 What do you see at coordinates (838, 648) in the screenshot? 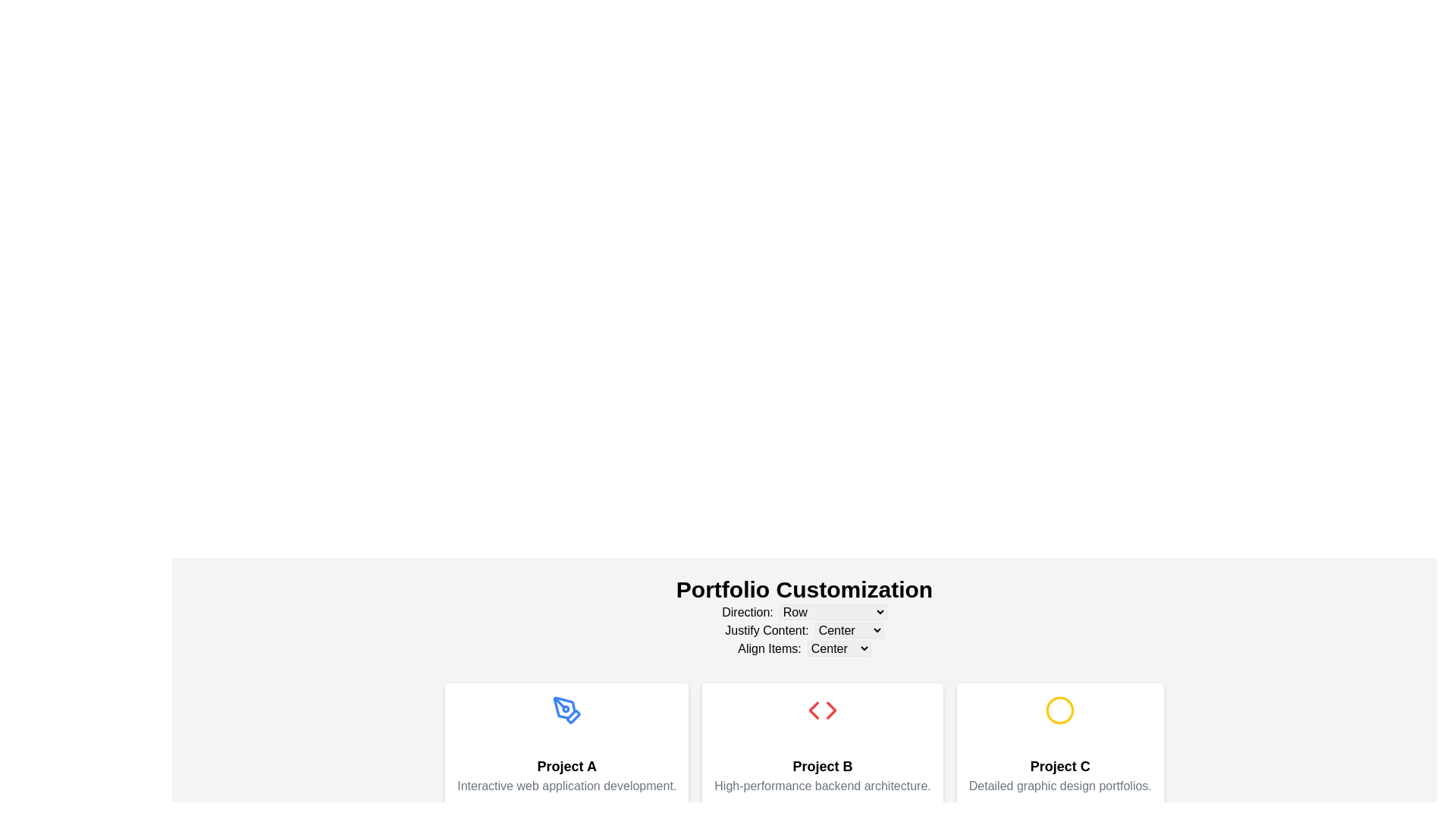
I see `the 'StretchCenterBaseline' dropdown menu, which is part of the 'Align Items' configuration row in the settings interface` at bounding box center [838, 648].